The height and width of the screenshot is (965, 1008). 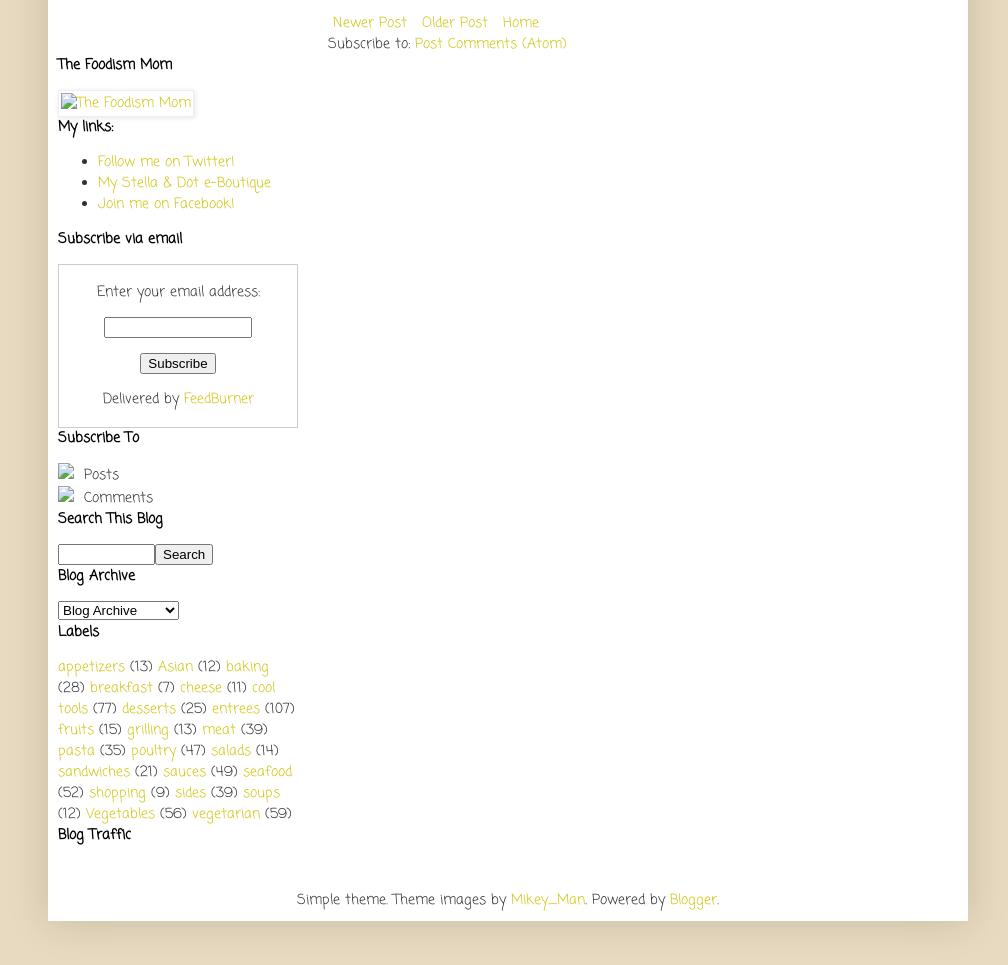 I want to click on 'pasta', so click(x=76, y=749).